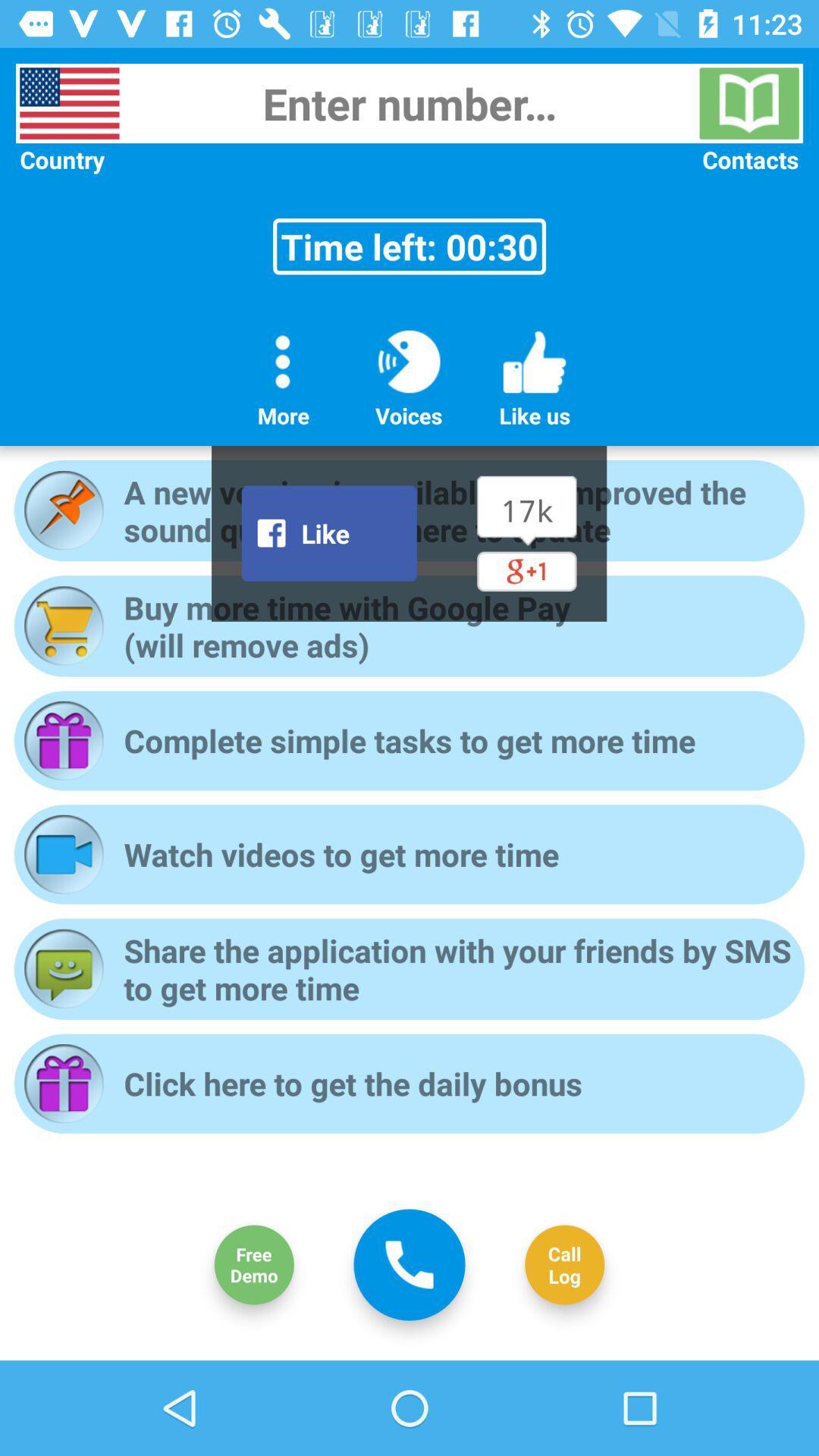  What do you see at coordinates (409, 1264) in the screenshot?
I see `the call icon` at bounding box center [409, 1264].